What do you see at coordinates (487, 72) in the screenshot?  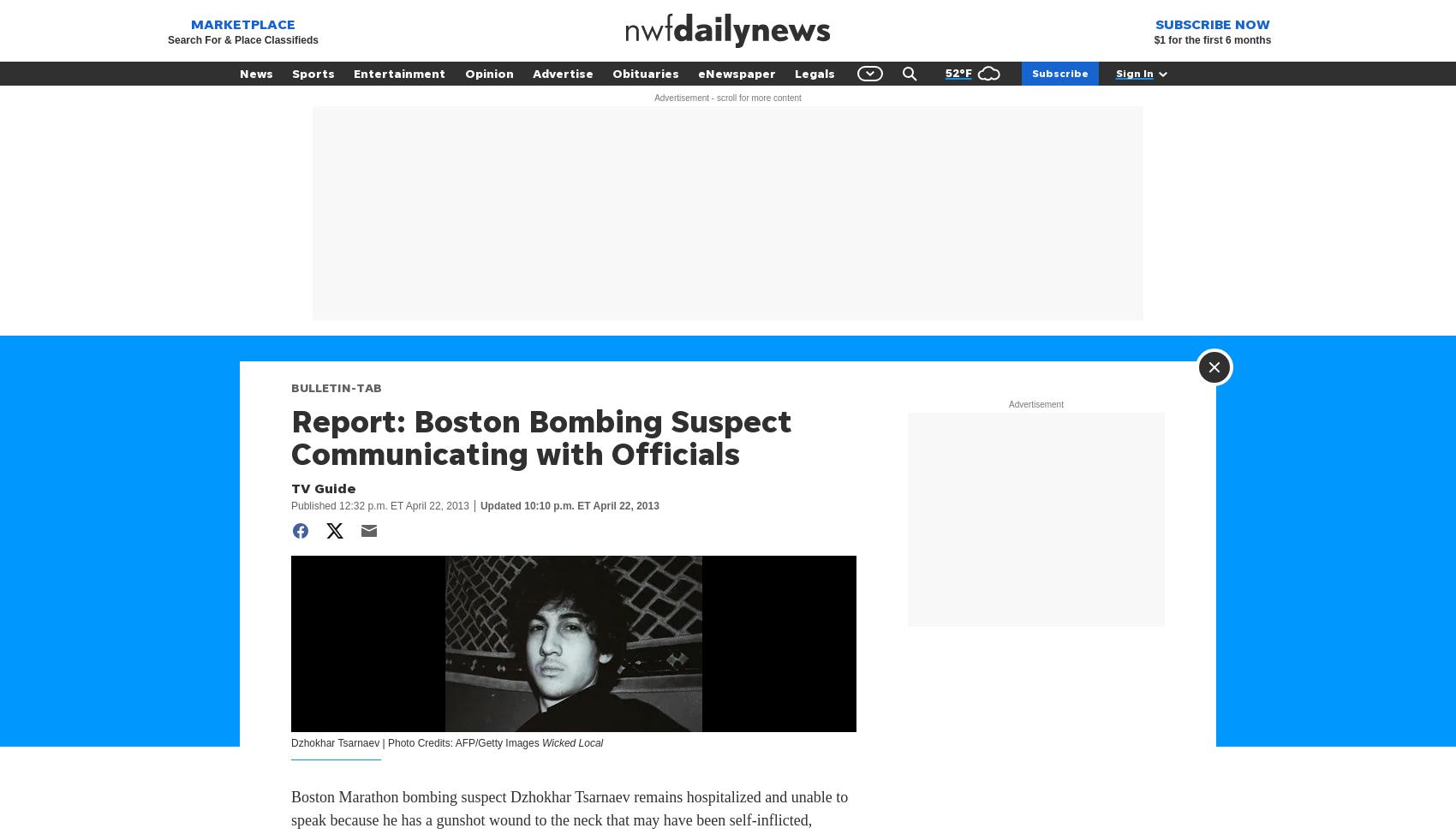 I see `'Opinion'` at bounding box center [487, 72].